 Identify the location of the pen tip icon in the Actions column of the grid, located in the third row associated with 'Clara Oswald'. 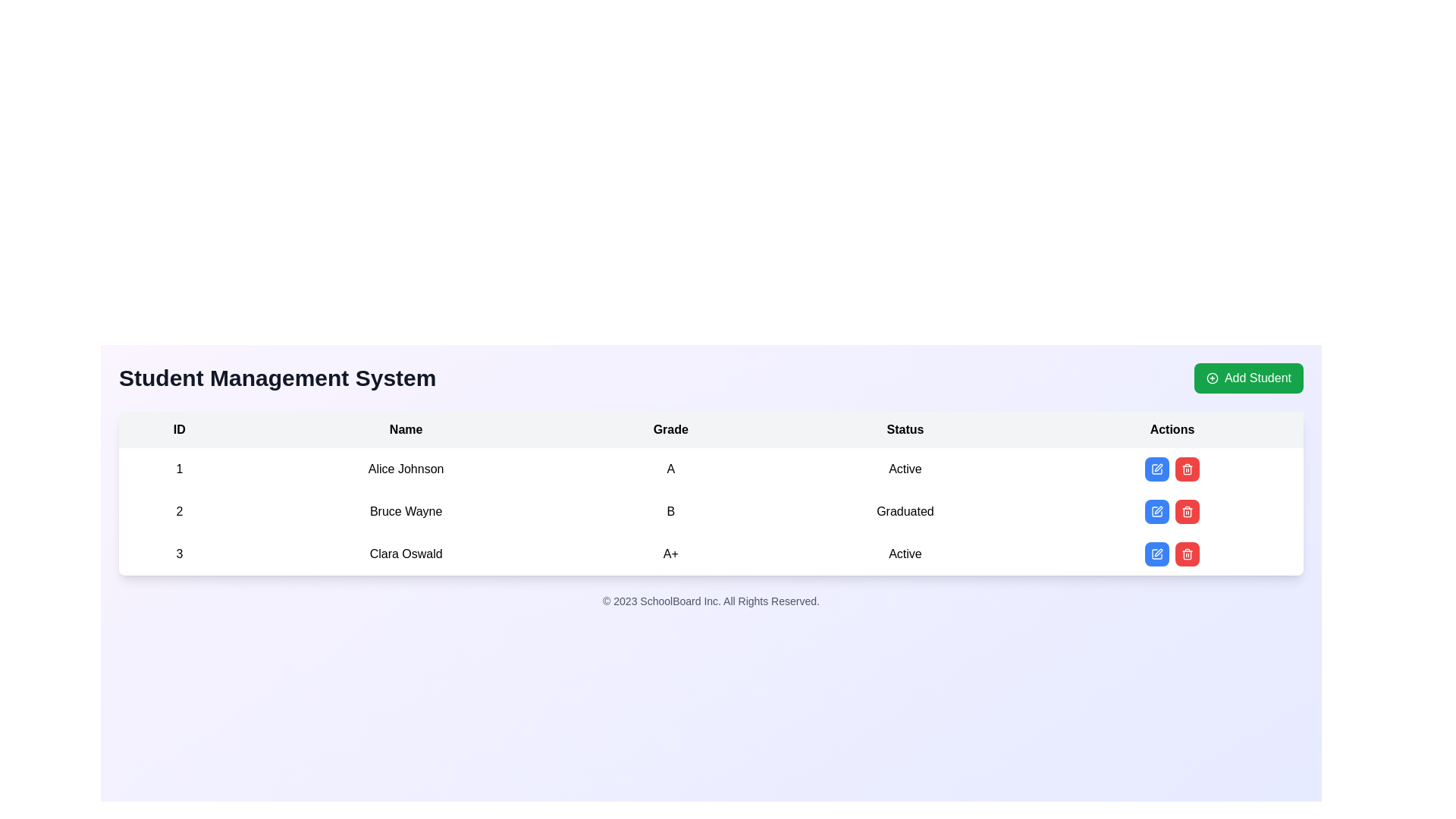
(1157, 467).